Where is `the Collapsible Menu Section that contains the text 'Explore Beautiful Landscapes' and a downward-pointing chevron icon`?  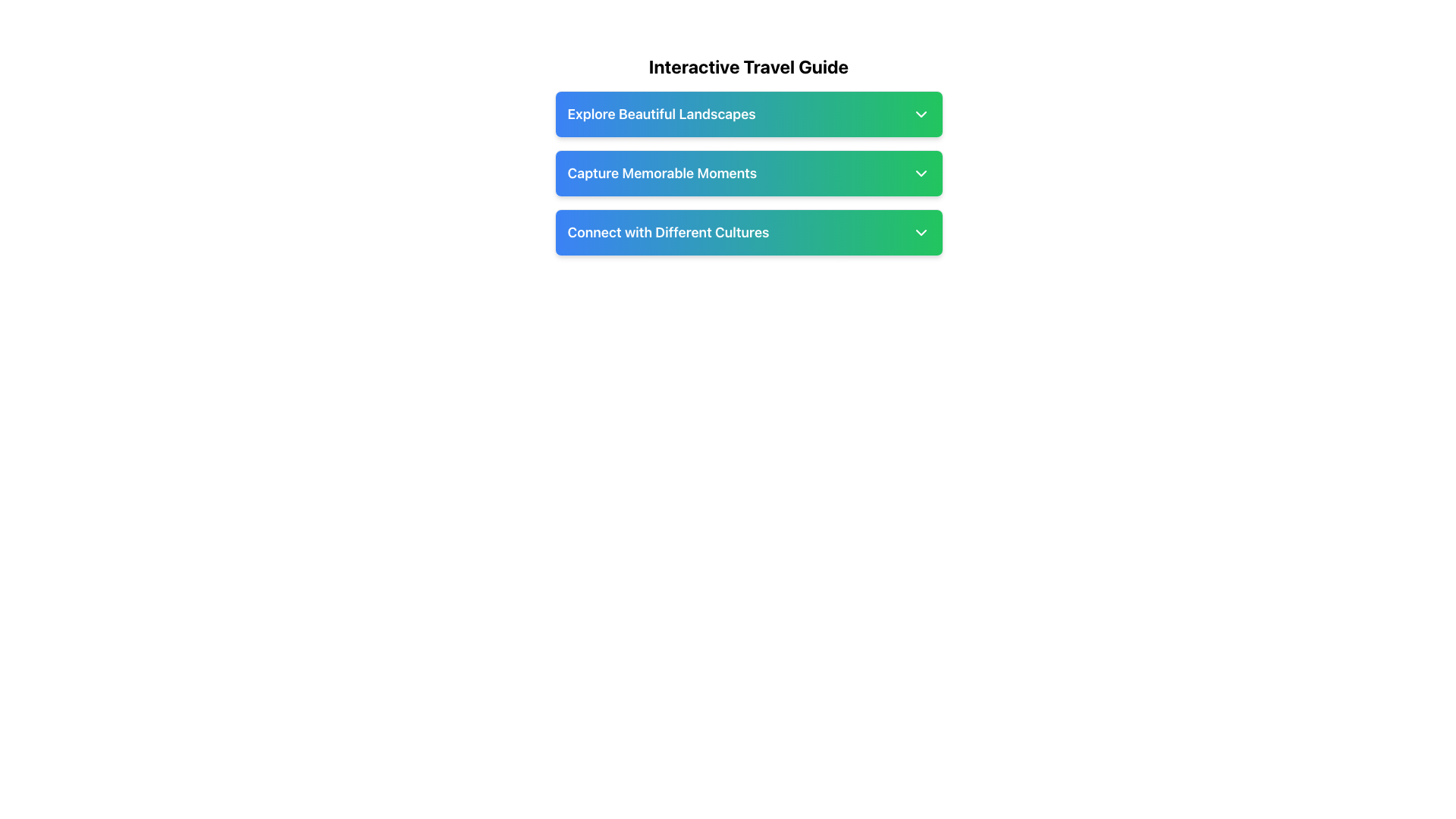 the Collapsible Menu Section that contains the text 'Explore Beautiful Landscapes' and a downward-pointing chevron icon is located at coordinates (748, 113).